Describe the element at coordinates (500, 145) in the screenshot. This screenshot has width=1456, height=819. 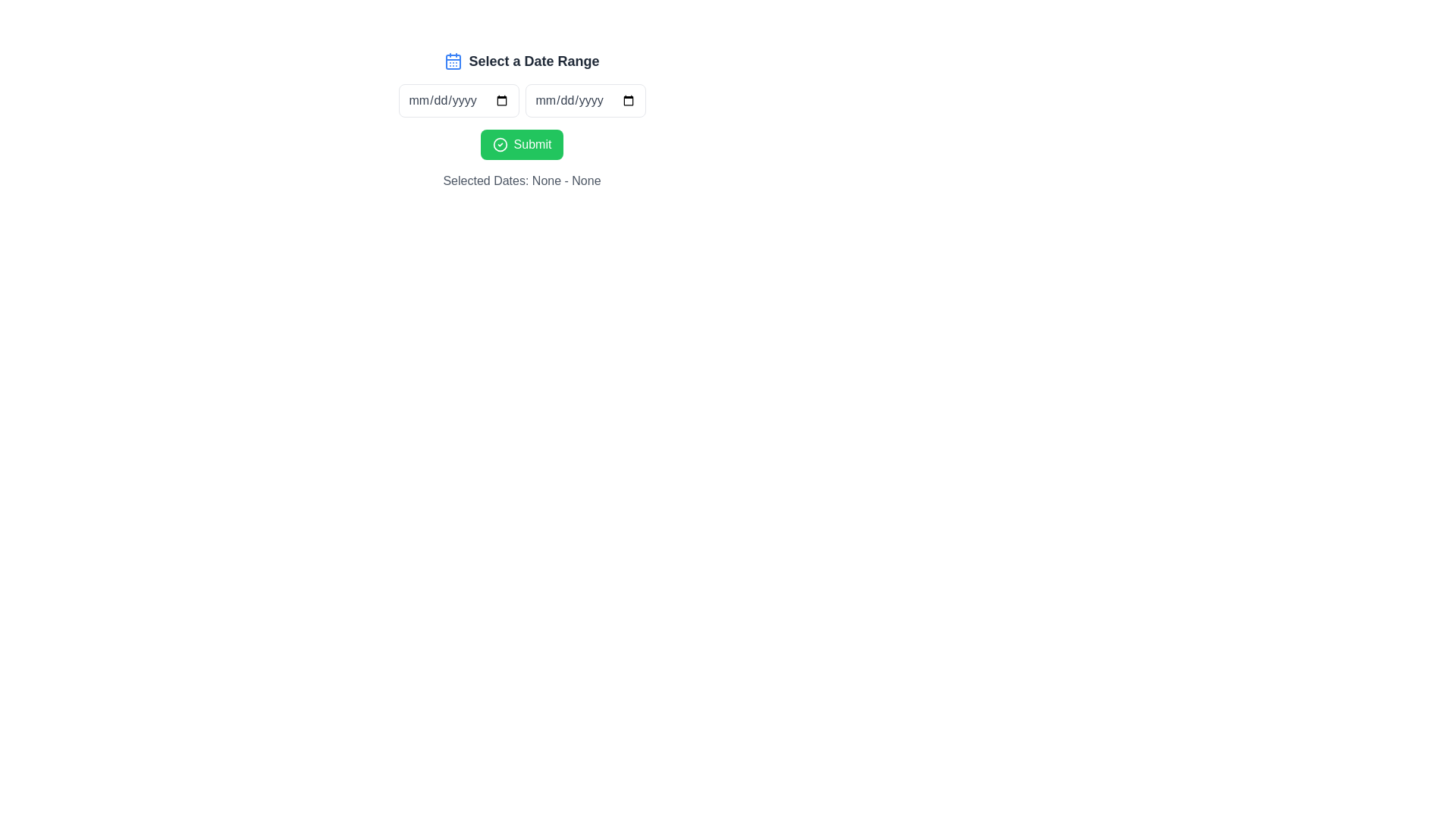
I see `the SVG circle element that is part of the circle-check icon located within the 'Submit' button` at that location.